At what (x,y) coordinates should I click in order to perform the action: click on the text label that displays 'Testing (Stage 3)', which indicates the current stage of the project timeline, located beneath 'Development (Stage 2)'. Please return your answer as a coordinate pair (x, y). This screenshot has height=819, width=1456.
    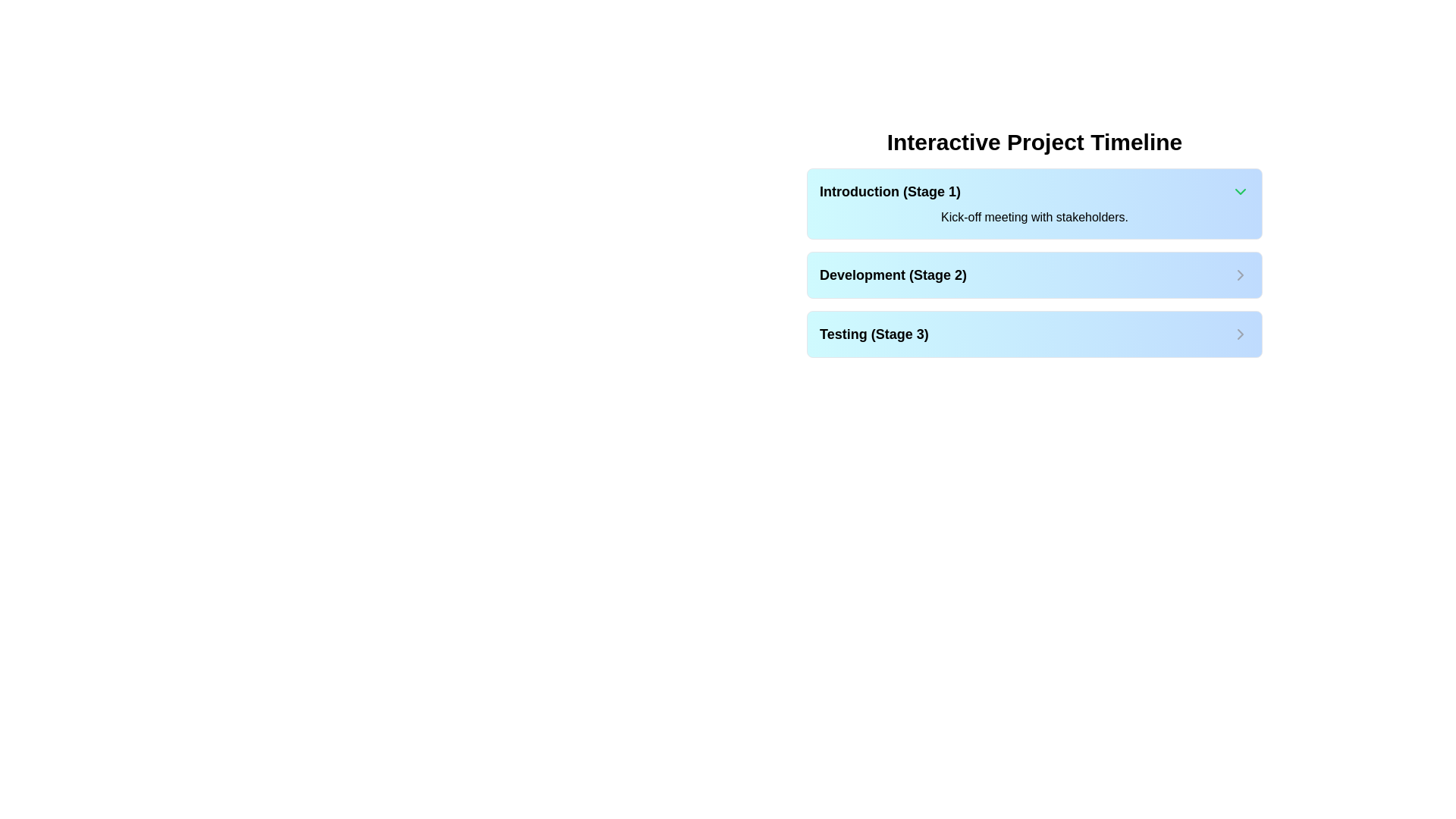
    Looking at the image, I should click on (874, 333).